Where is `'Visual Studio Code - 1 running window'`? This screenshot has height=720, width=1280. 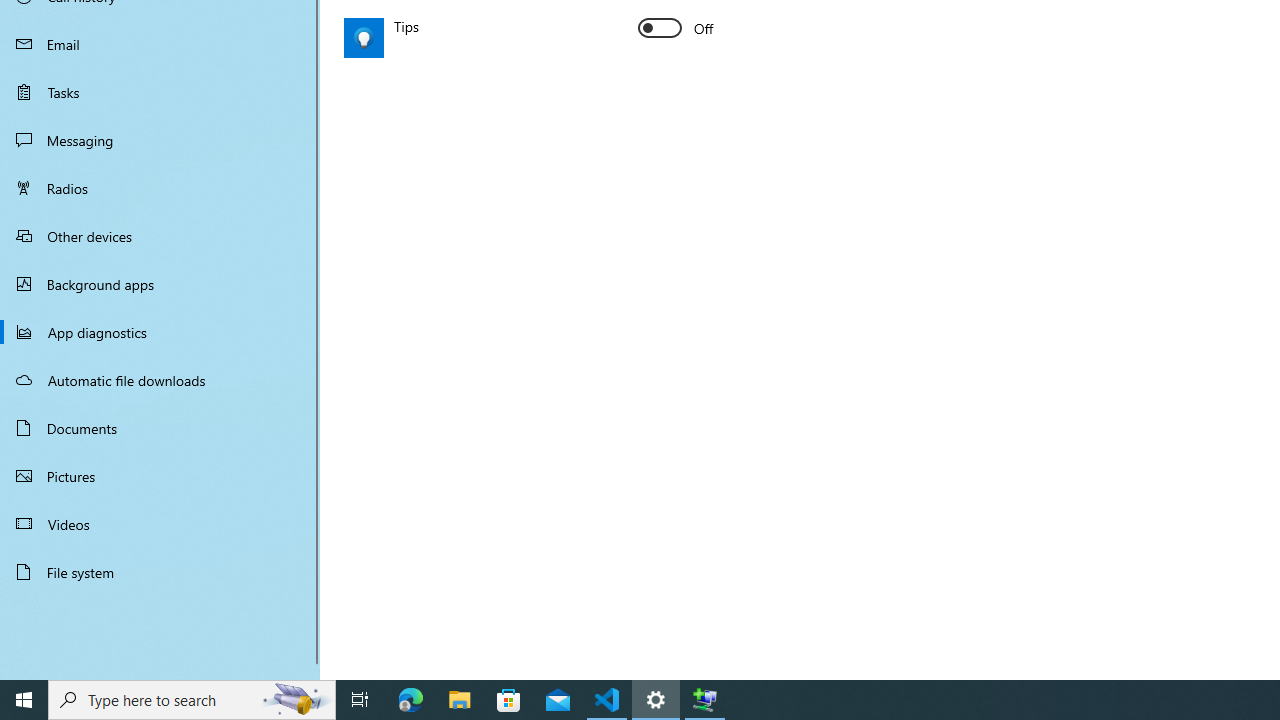
'Visual Studio Code - 1 running window' is located at coordinates (606, 698).